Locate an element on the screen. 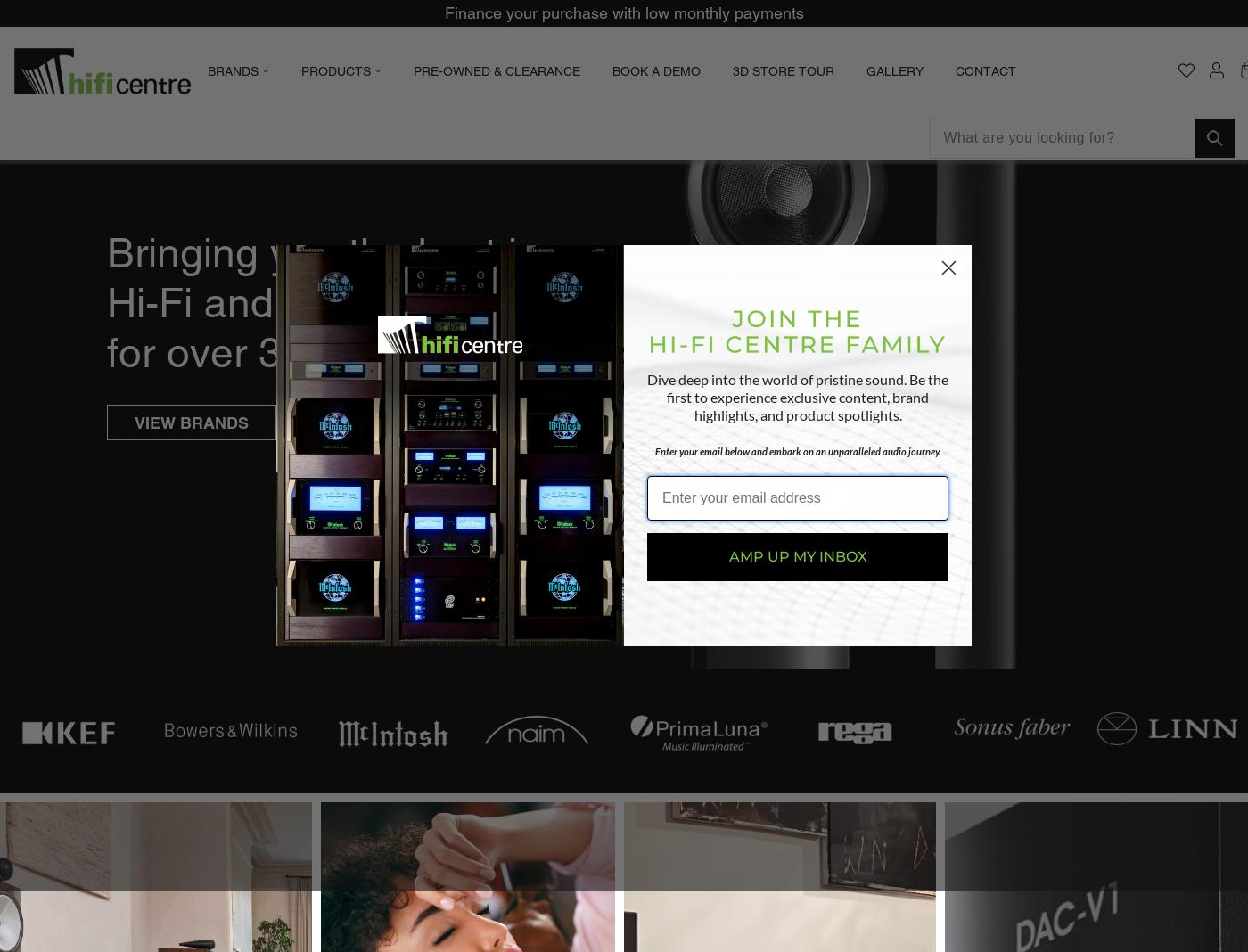 The height and width of the screenshot is (952, 1248). 'Estelon' is located at coordinates (382, 209).